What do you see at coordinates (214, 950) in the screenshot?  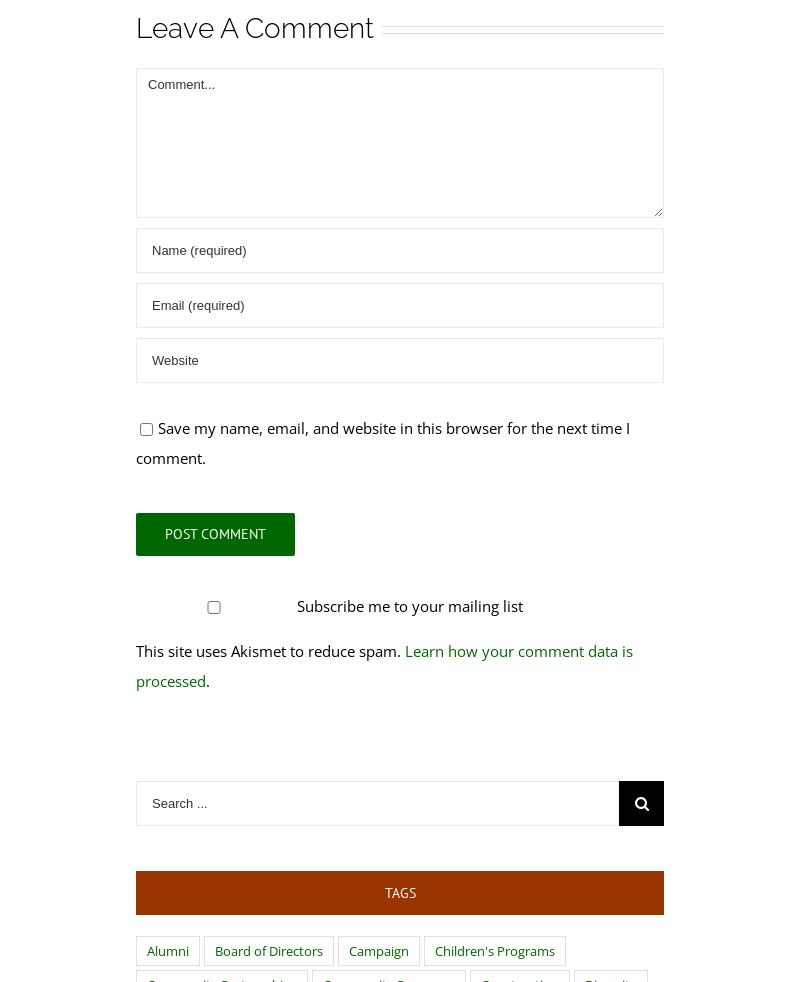 I see `'Board of Directors'` at bounding box center [214, 950].